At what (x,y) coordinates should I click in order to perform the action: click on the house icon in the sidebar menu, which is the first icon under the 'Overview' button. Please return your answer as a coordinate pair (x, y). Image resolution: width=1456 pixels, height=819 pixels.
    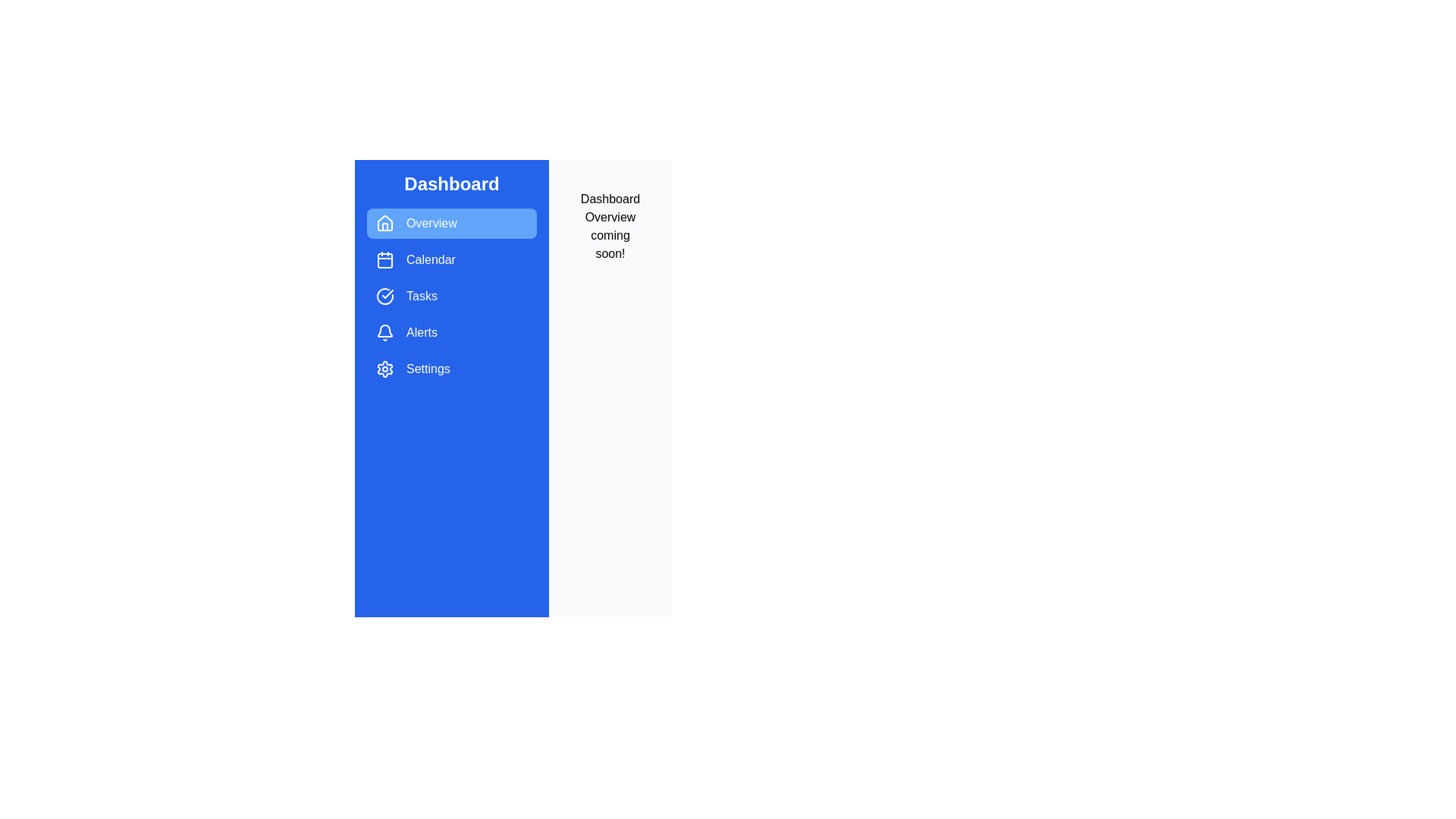
    Looking at the image, I should click on (385, 222).